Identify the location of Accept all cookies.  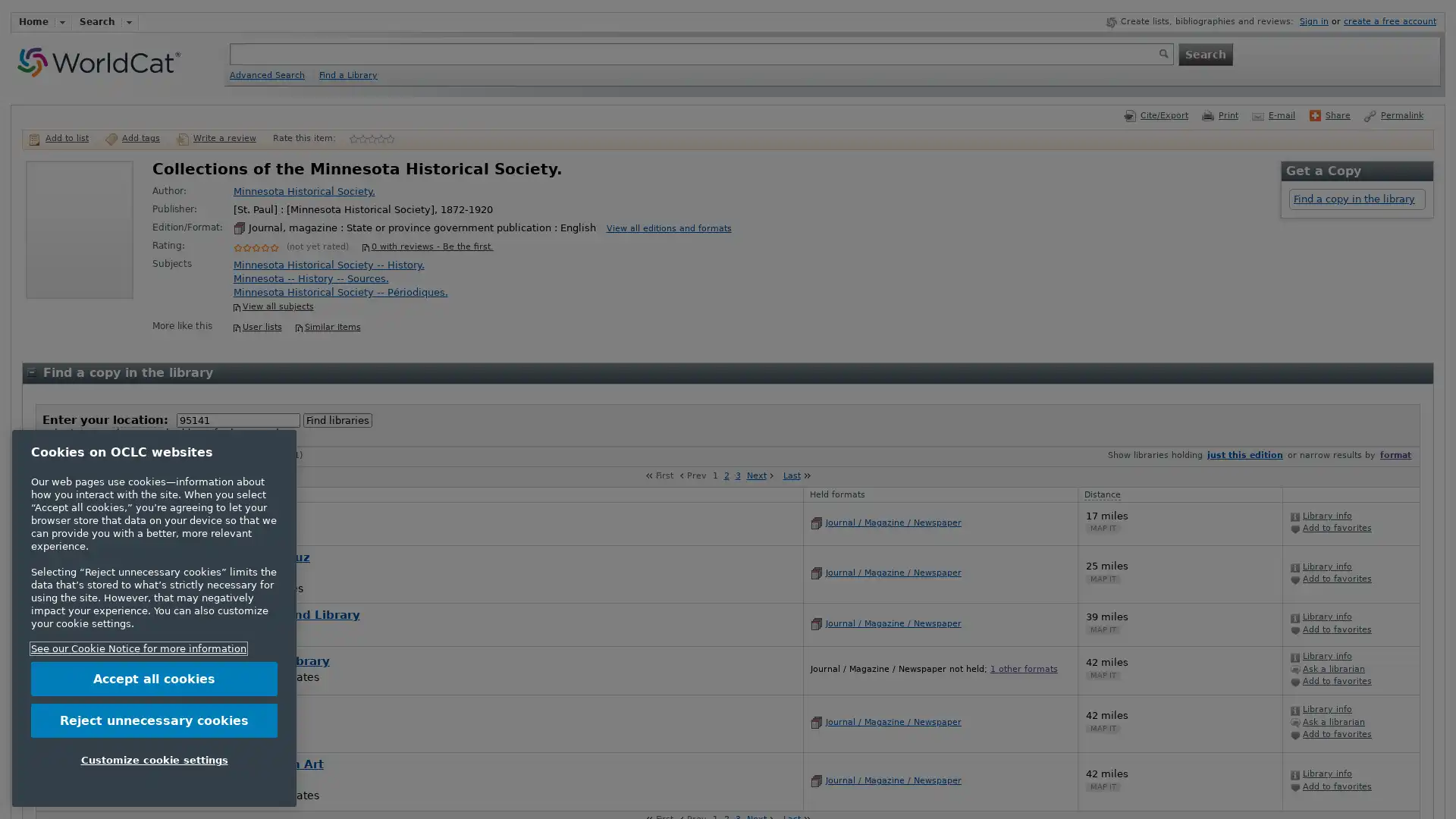
(154, 678).